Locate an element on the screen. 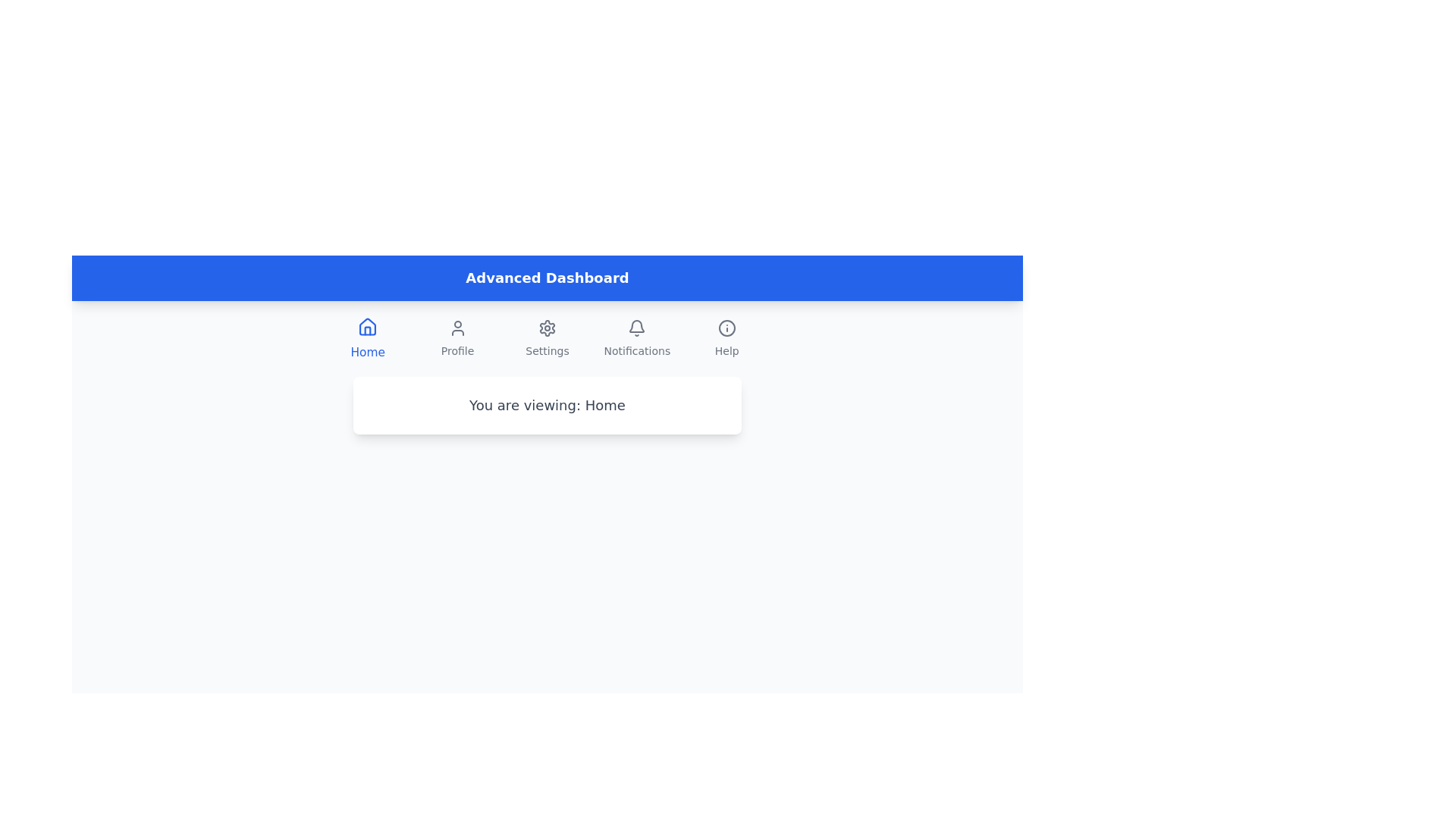 This screenshot has width=1456, height=819. the third button in the navigation bar labeled 'Settings' is located at coordinates (546, 338).